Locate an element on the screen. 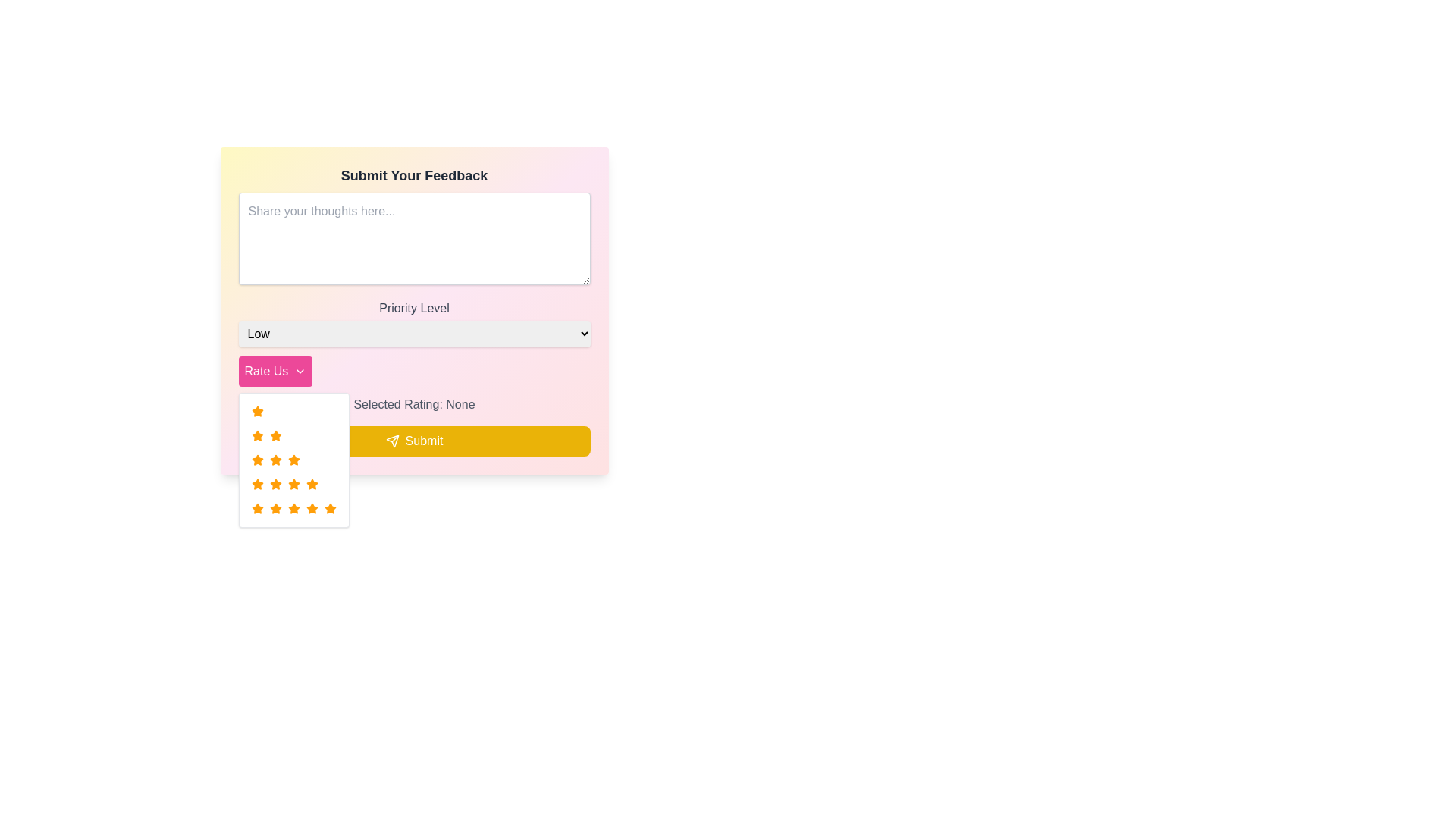 This screenshot has height=819, width=1456. the first orange star icon is located at coordinates (257, 412).